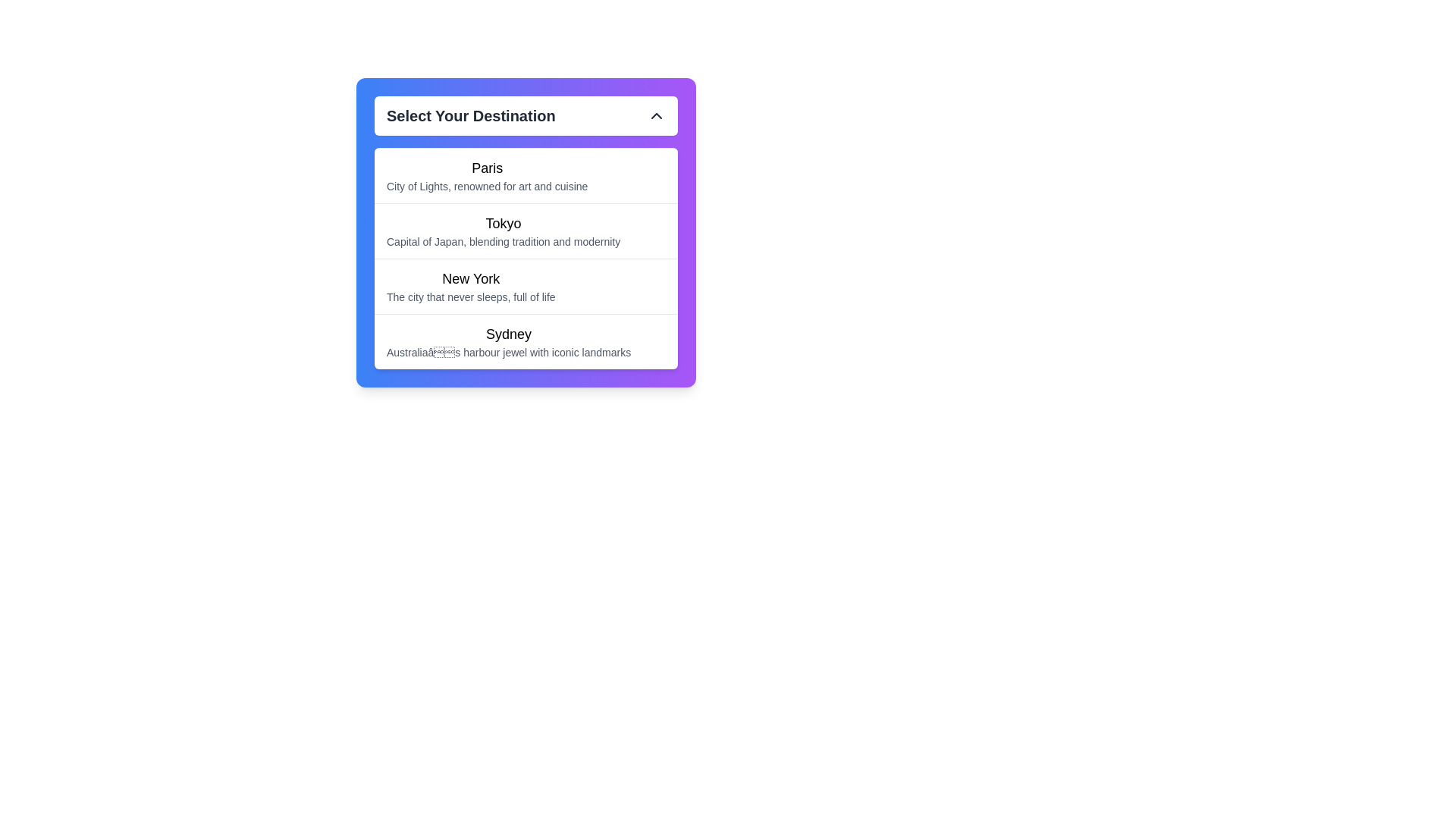 This screenshot has height=819, width=1456. Describe the element at coordinates (509, 342) in the screenshot. I see `the text-based informational item titled 'Sydney' that describes 'Australia’s harbour jewel with iconic landmarks', located at the bottom of a vertically stacked list of options` at that location.